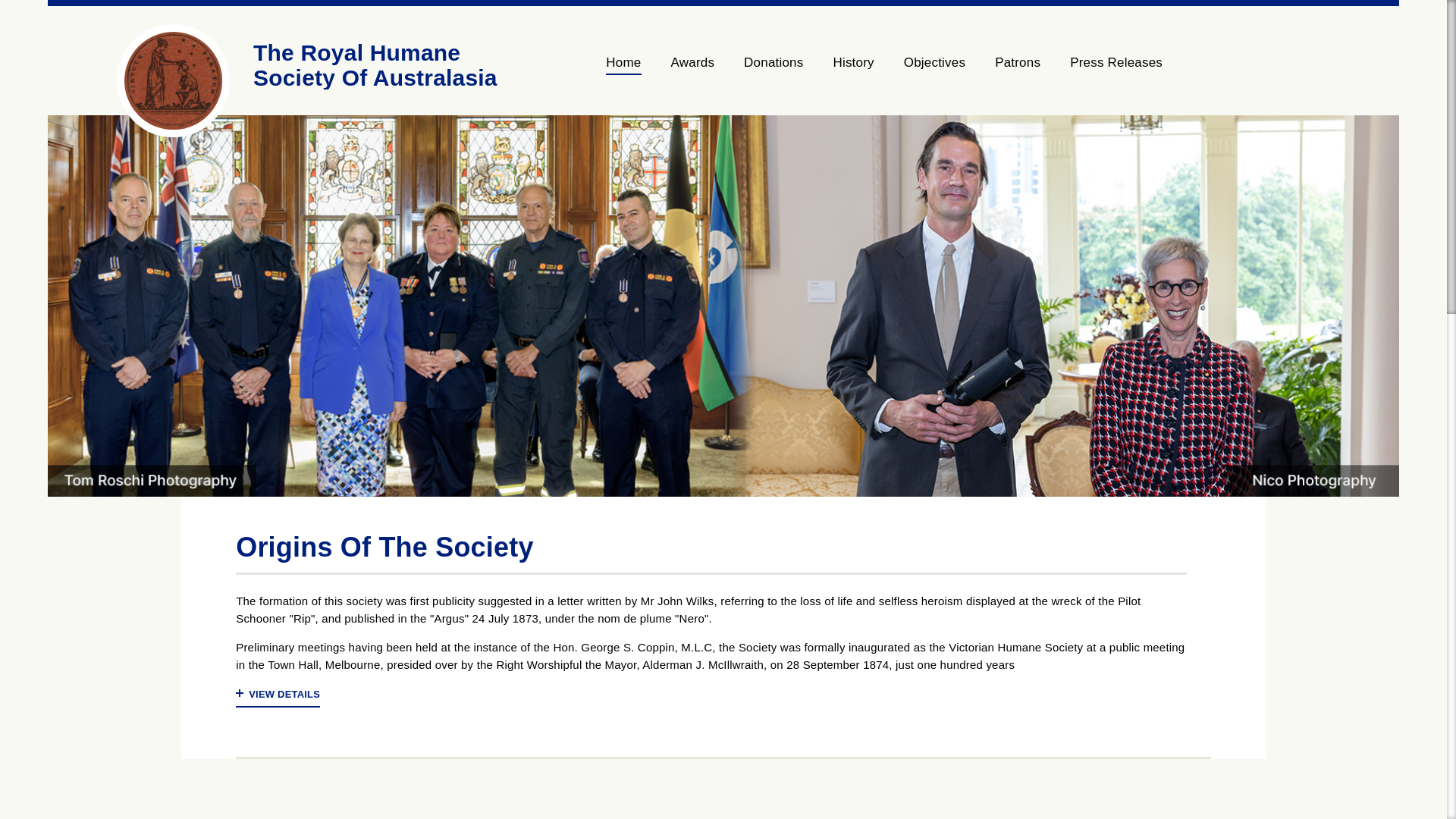  Describe the element at coordinates (1109, 69) in the screenshot. I see `'Press Releases'` at that location.